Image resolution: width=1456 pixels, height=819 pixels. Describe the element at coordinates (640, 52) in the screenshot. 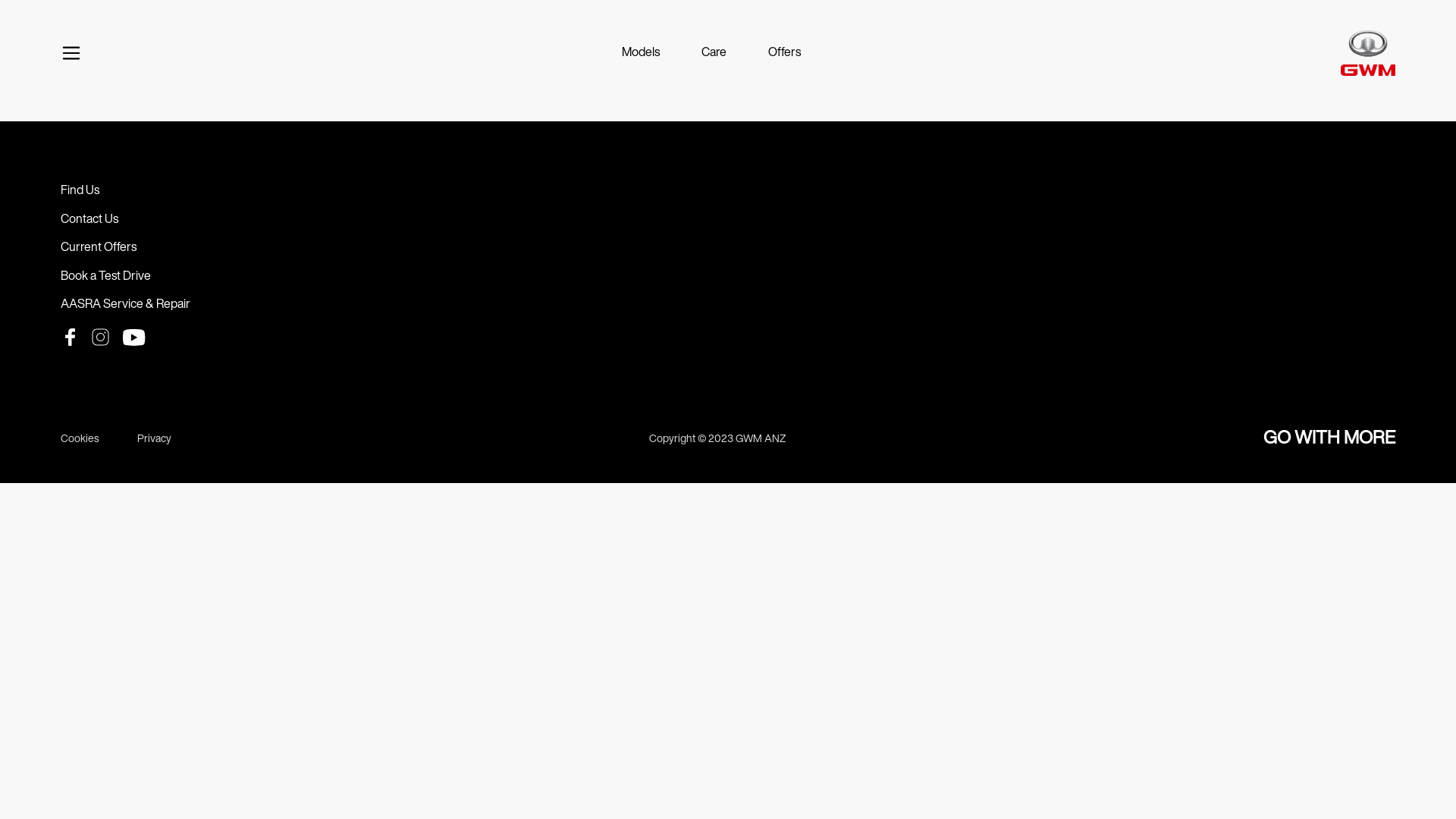

I see `'Models'` at that location.